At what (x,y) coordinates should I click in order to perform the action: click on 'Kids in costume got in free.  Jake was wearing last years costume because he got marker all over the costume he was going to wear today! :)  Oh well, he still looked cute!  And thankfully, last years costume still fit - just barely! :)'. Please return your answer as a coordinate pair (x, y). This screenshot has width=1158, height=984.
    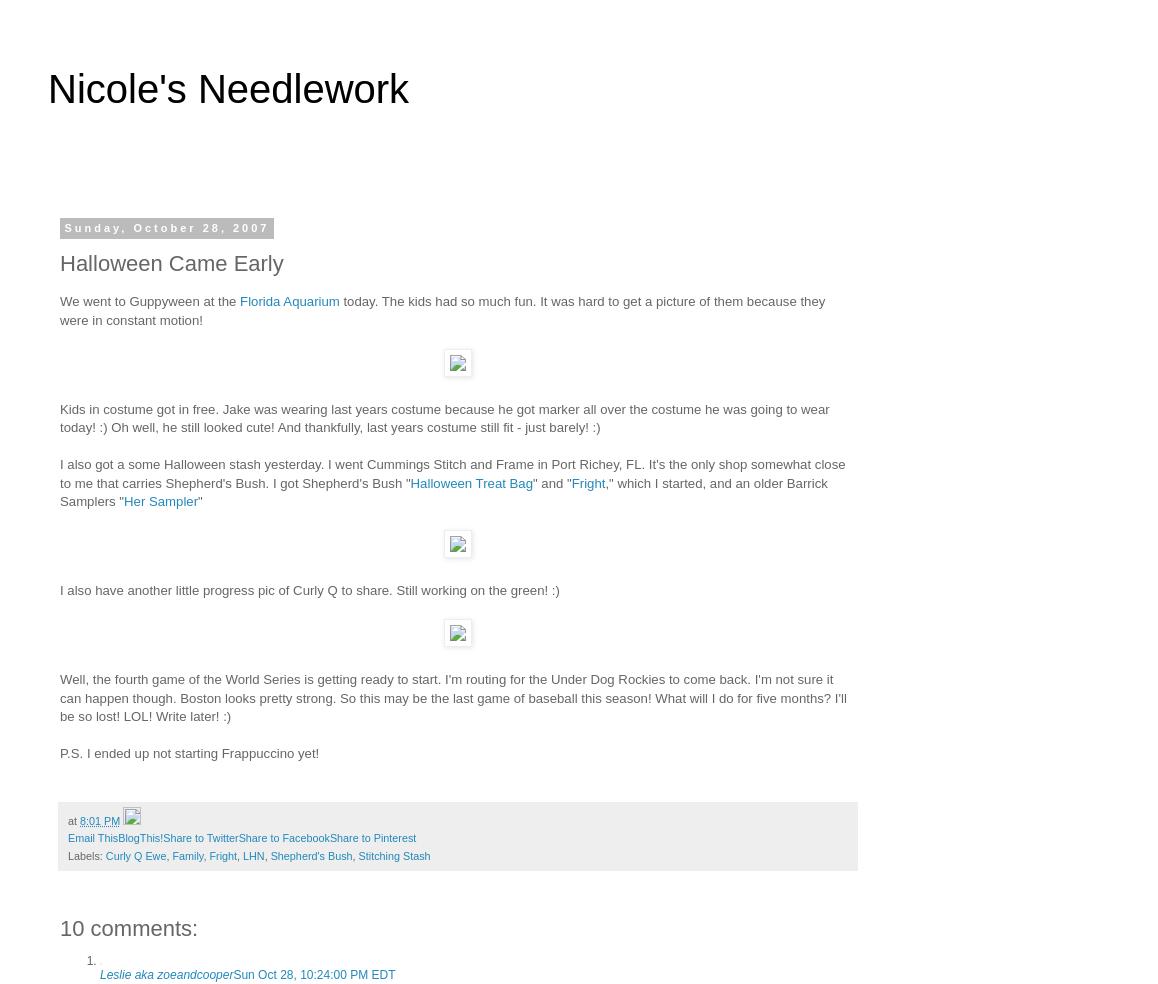
    Looking at the image, I should click on (59, 418).